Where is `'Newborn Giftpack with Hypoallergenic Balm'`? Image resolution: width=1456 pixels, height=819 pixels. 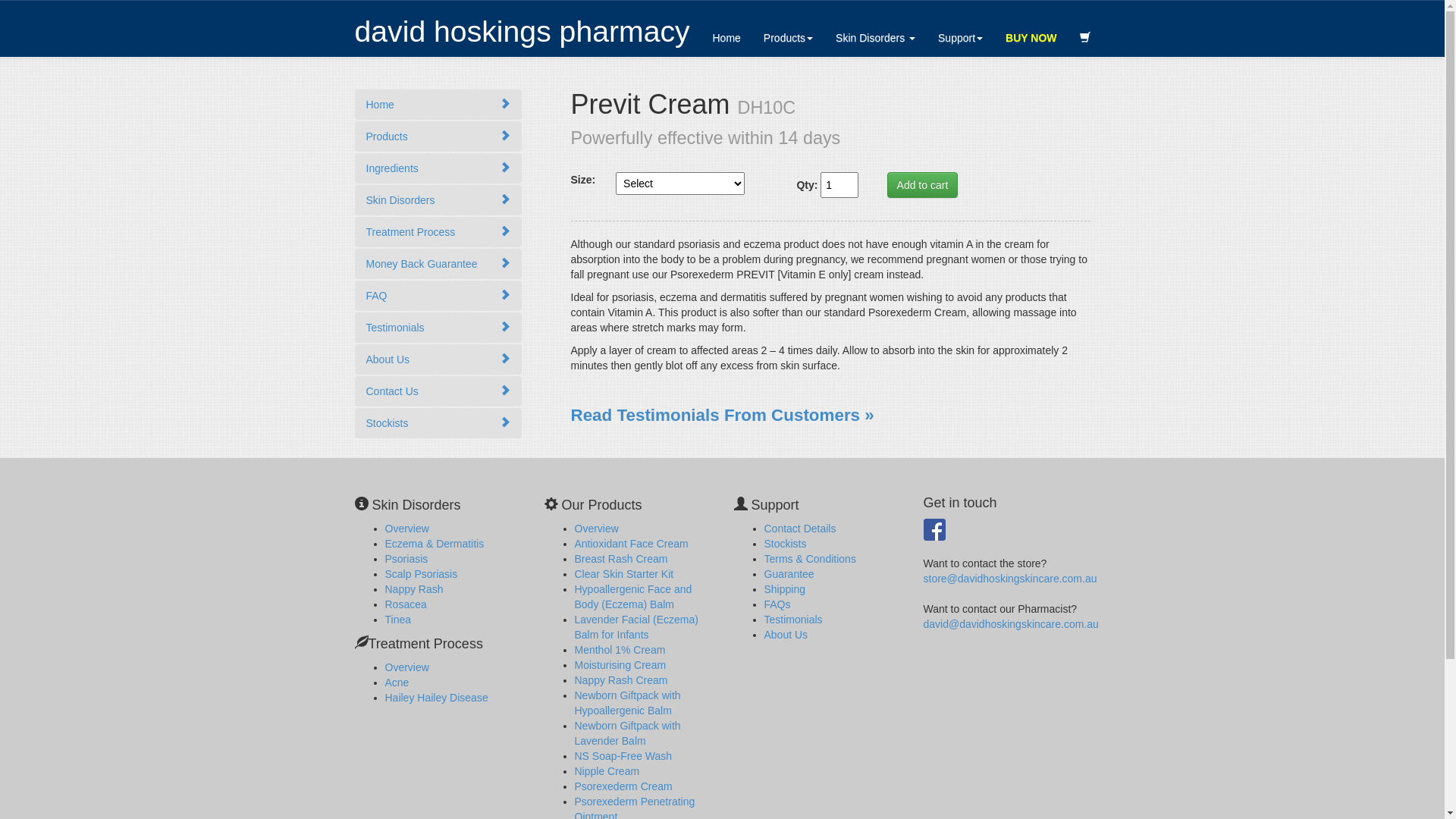
'Newborn Giftpack with Hypoallergenic Balm' is located at coordinates (628, 702).